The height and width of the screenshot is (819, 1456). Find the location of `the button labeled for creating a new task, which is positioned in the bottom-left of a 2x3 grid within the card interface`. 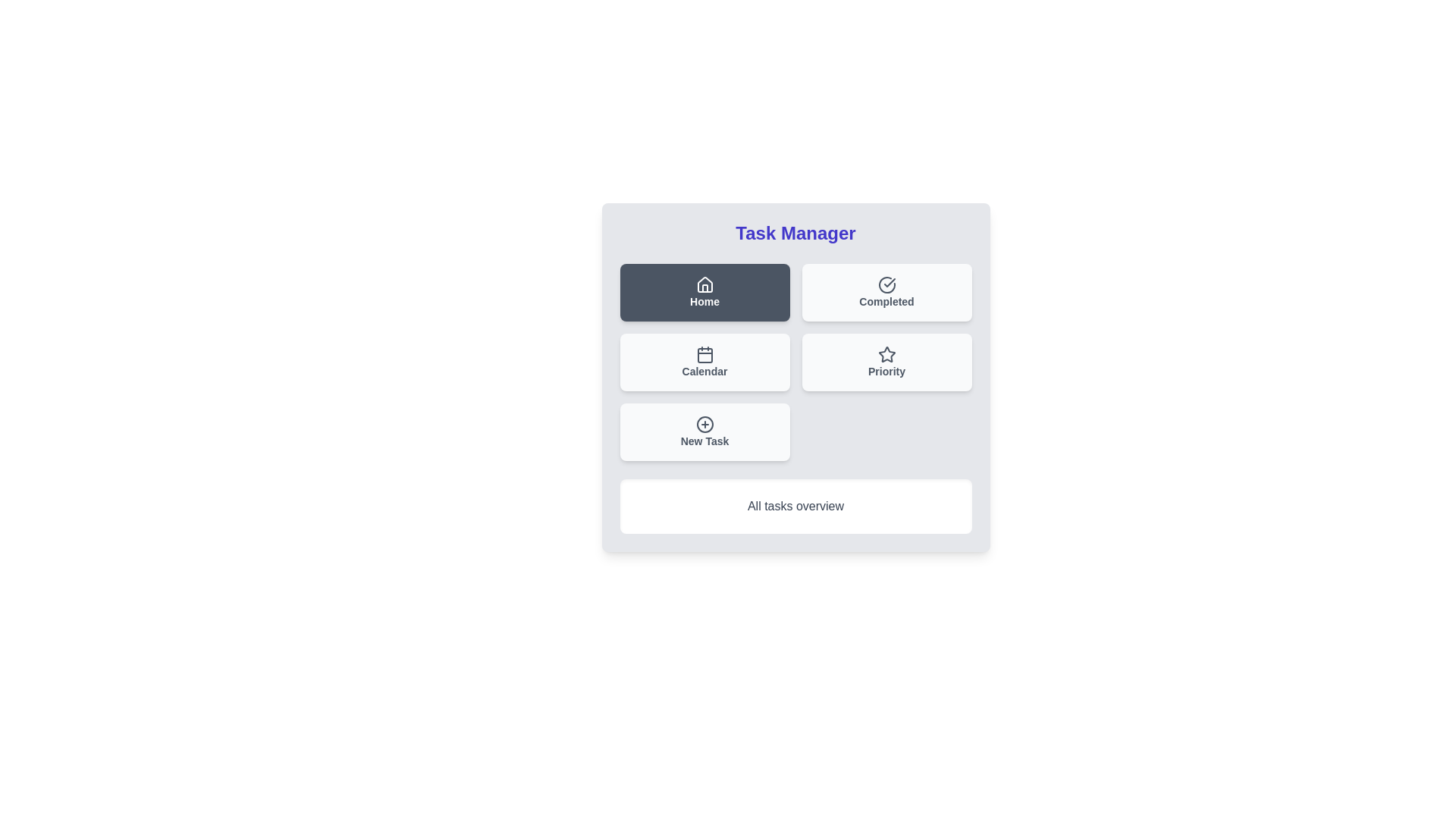

the button labeled for creating a new task, which is positioned in the bottom-left of a 2x3 grid within the card interface is located at coordinates (704, 441).